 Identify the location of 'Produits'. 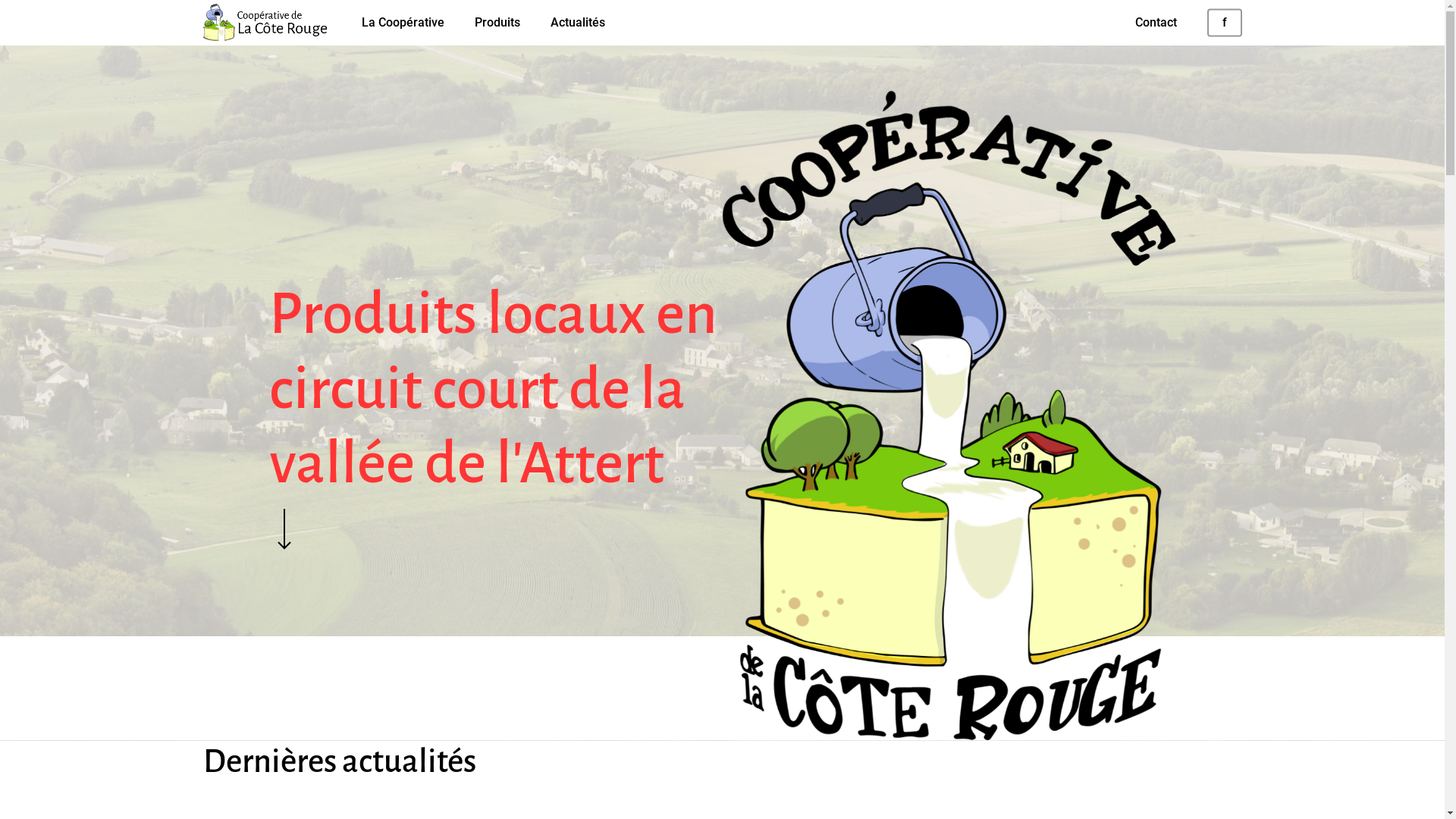
(497, 23).